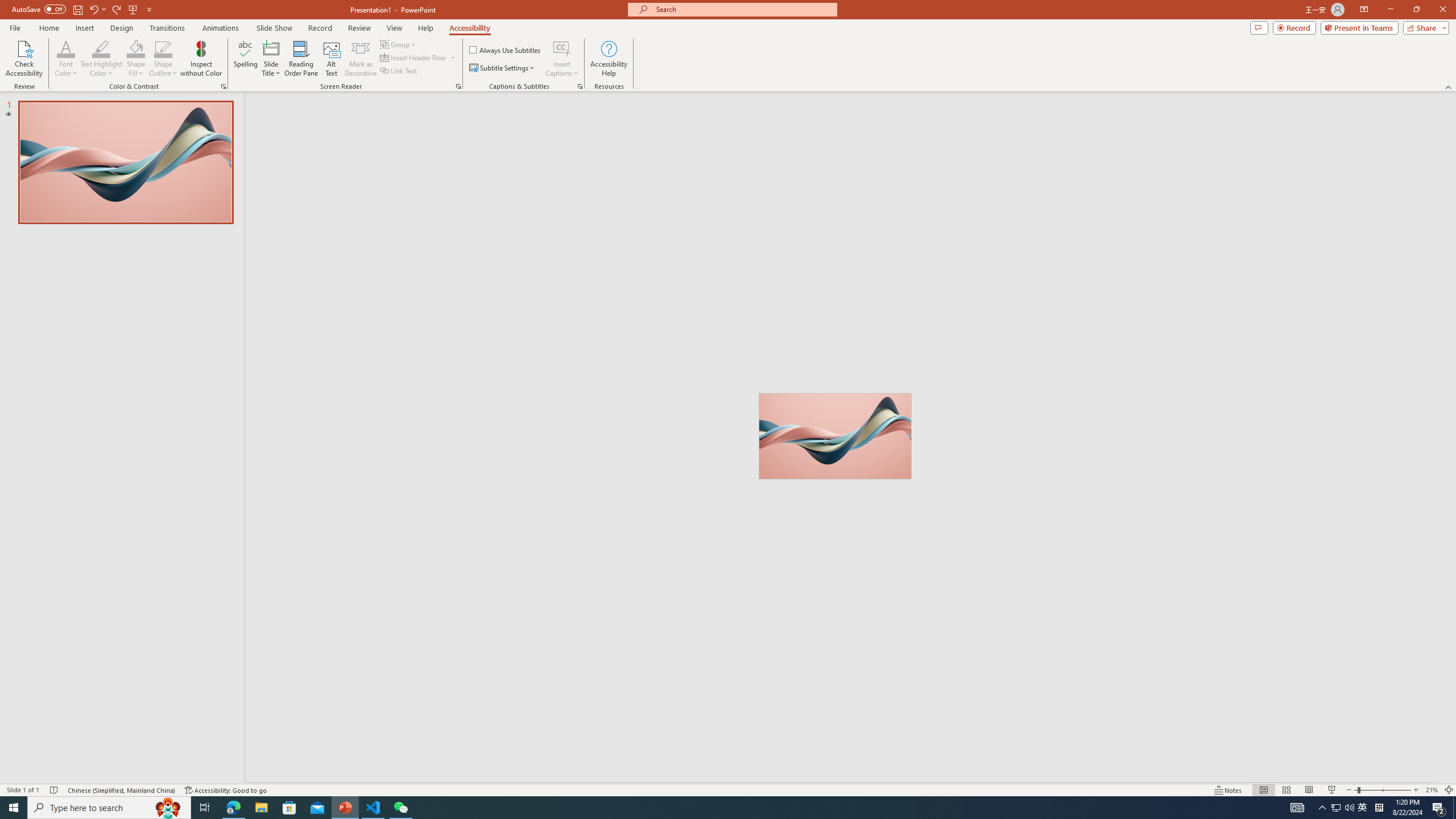 The height and width of the screenshot is (819, 1456). What do you see at coordinates (503, 67) in the screenshot?
I see `'Subtitle Settings'` at bounding box center [503, 67].